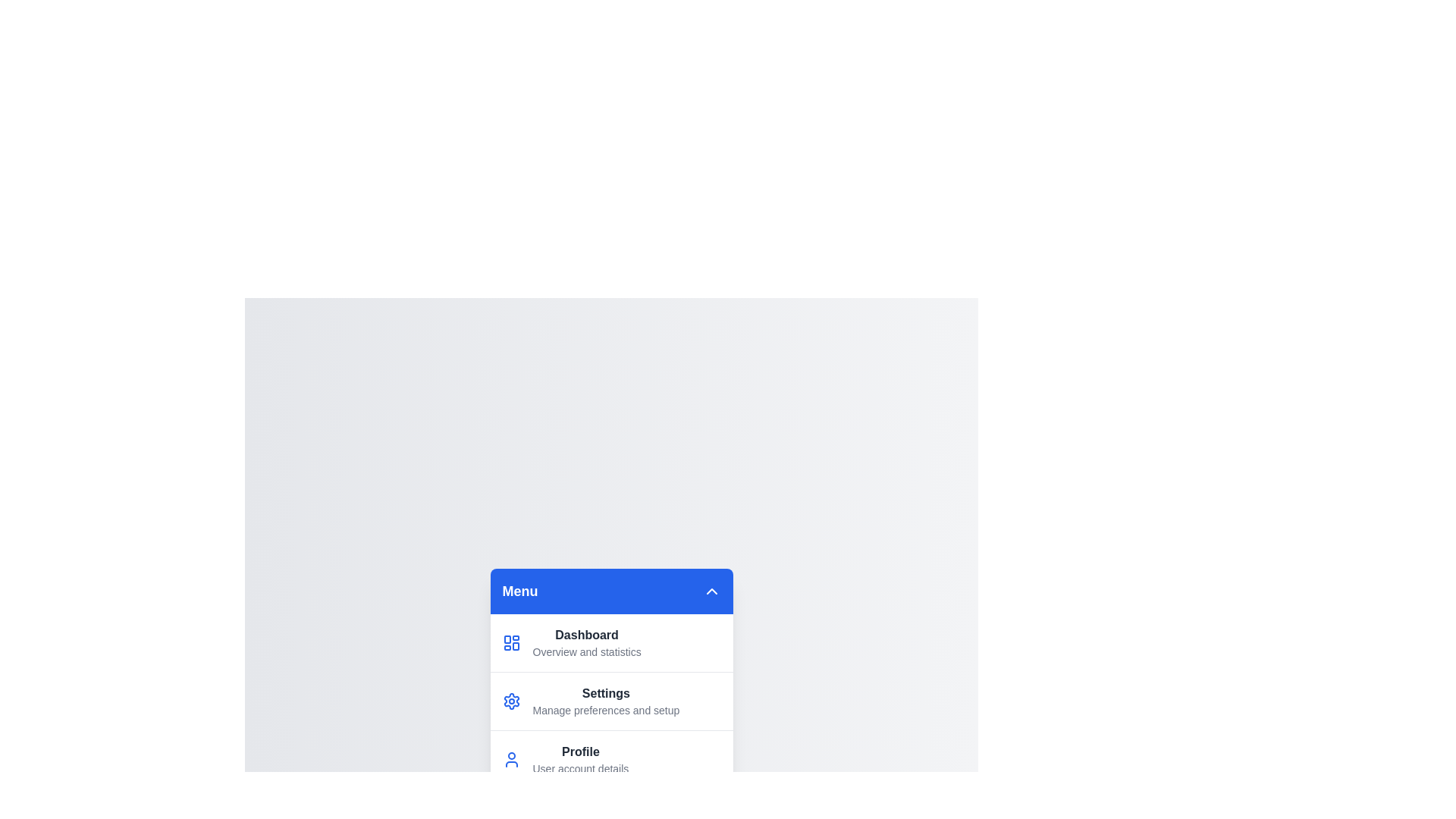 The image size is (1456, 819). Describe the element at coordinates (511, 642) in the screenshot. I see `the icon corresponding to the menu item 'Dashboard'` at that location.